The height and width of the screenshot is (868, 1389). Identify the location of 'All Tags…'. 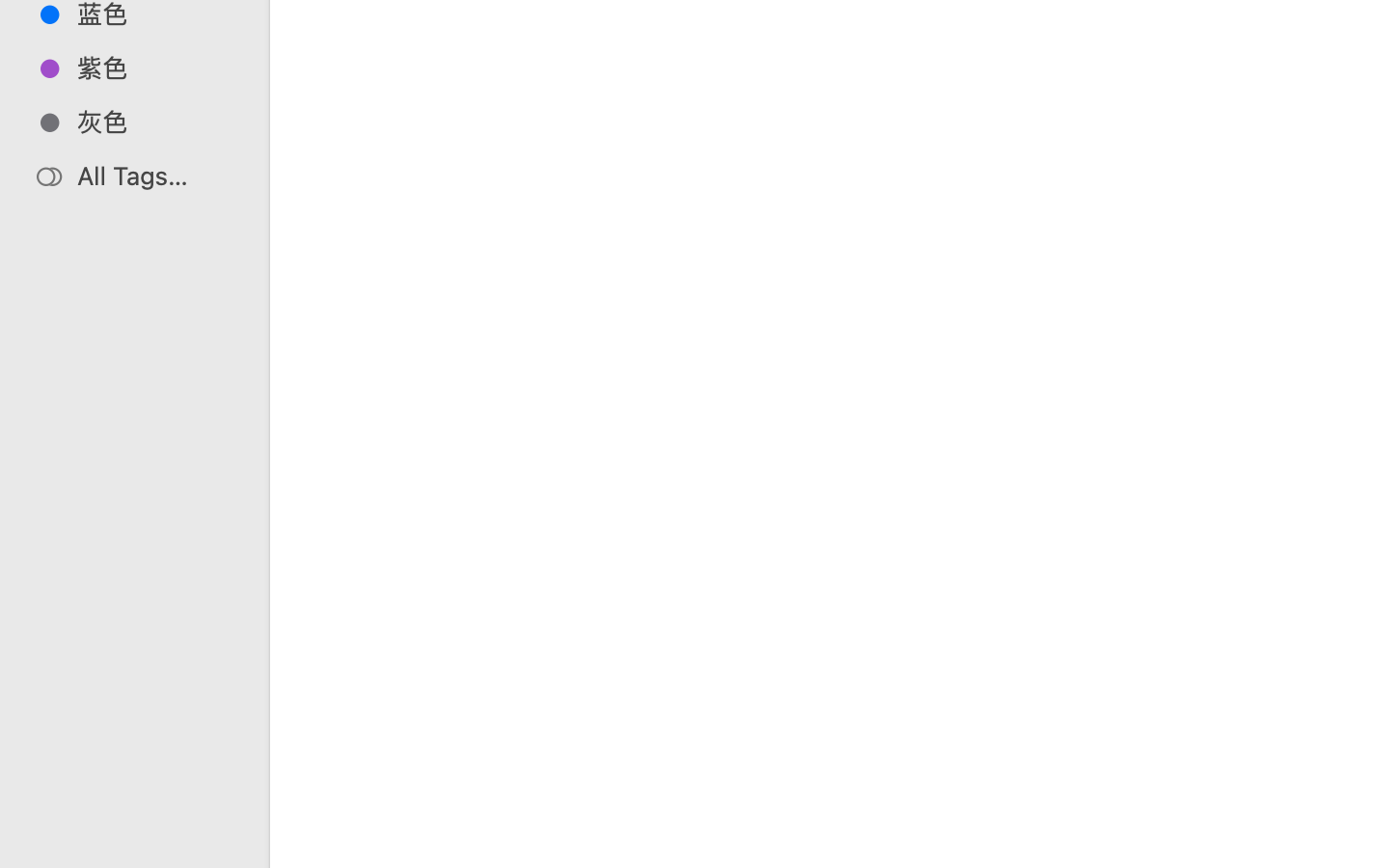
(153, 175).